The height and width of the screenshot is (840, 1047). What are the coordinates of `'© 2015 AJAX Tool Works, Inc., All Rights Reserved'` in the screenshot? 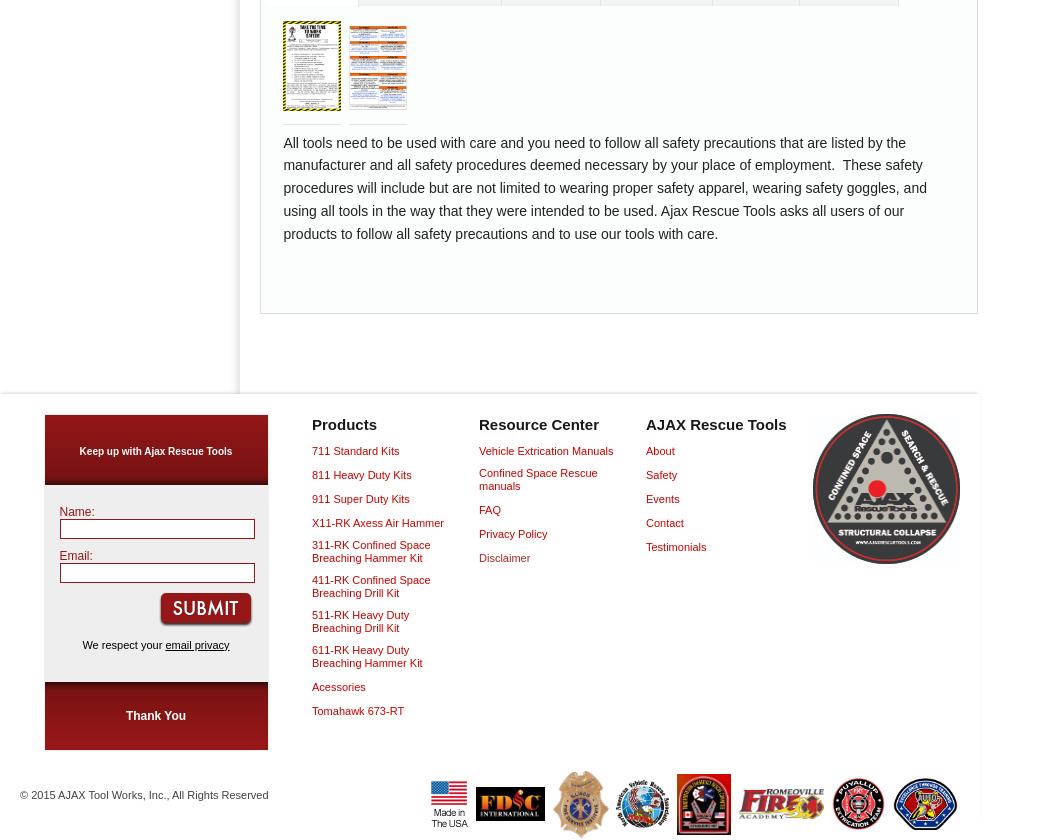 It's located at (142, 794).